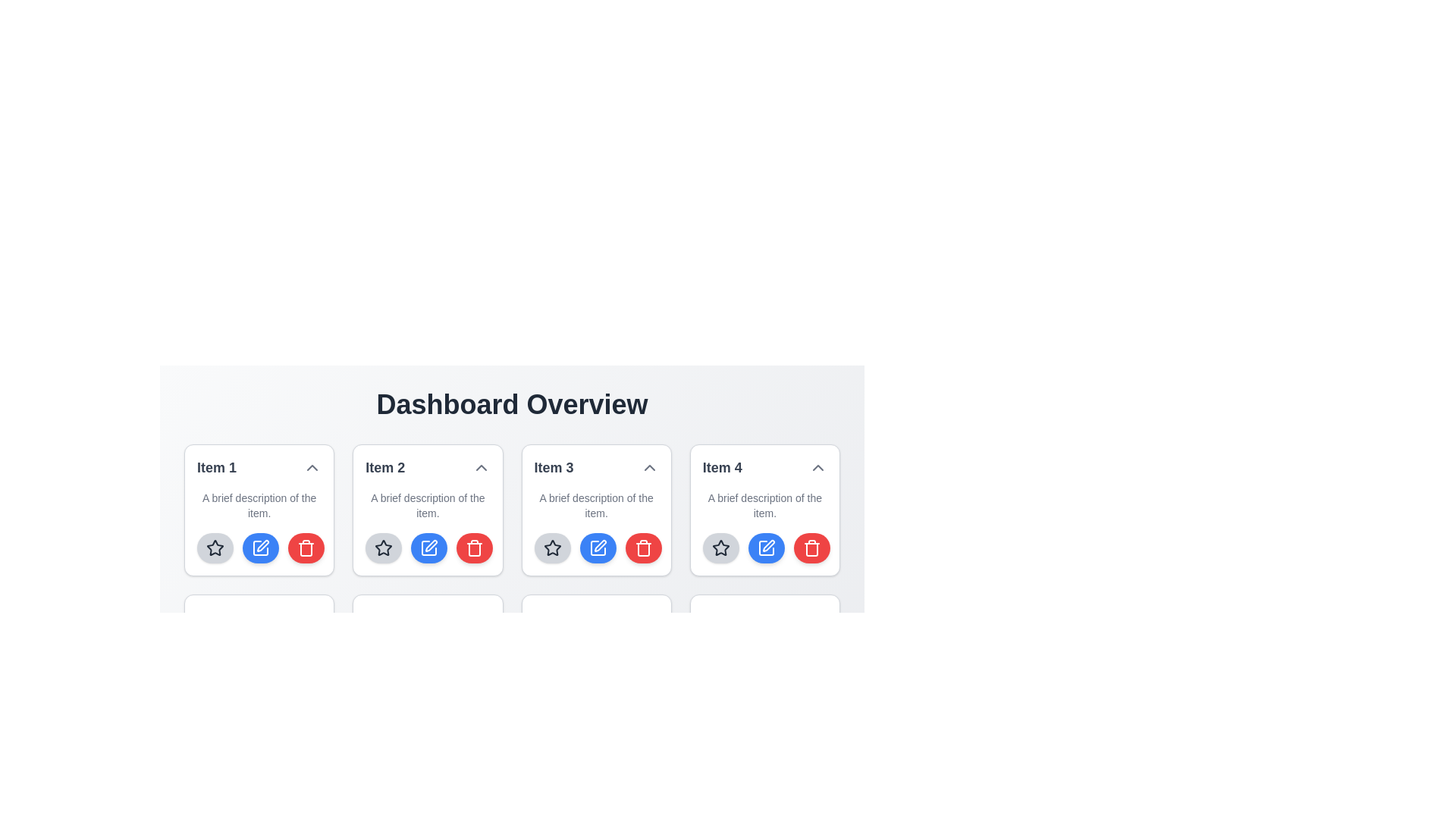  What do you see at coordinates (214, 548) in the screenshot?
I see `the star icon button located in the bottom row of the 'Item 1' card` at bounding box center [214, 548].